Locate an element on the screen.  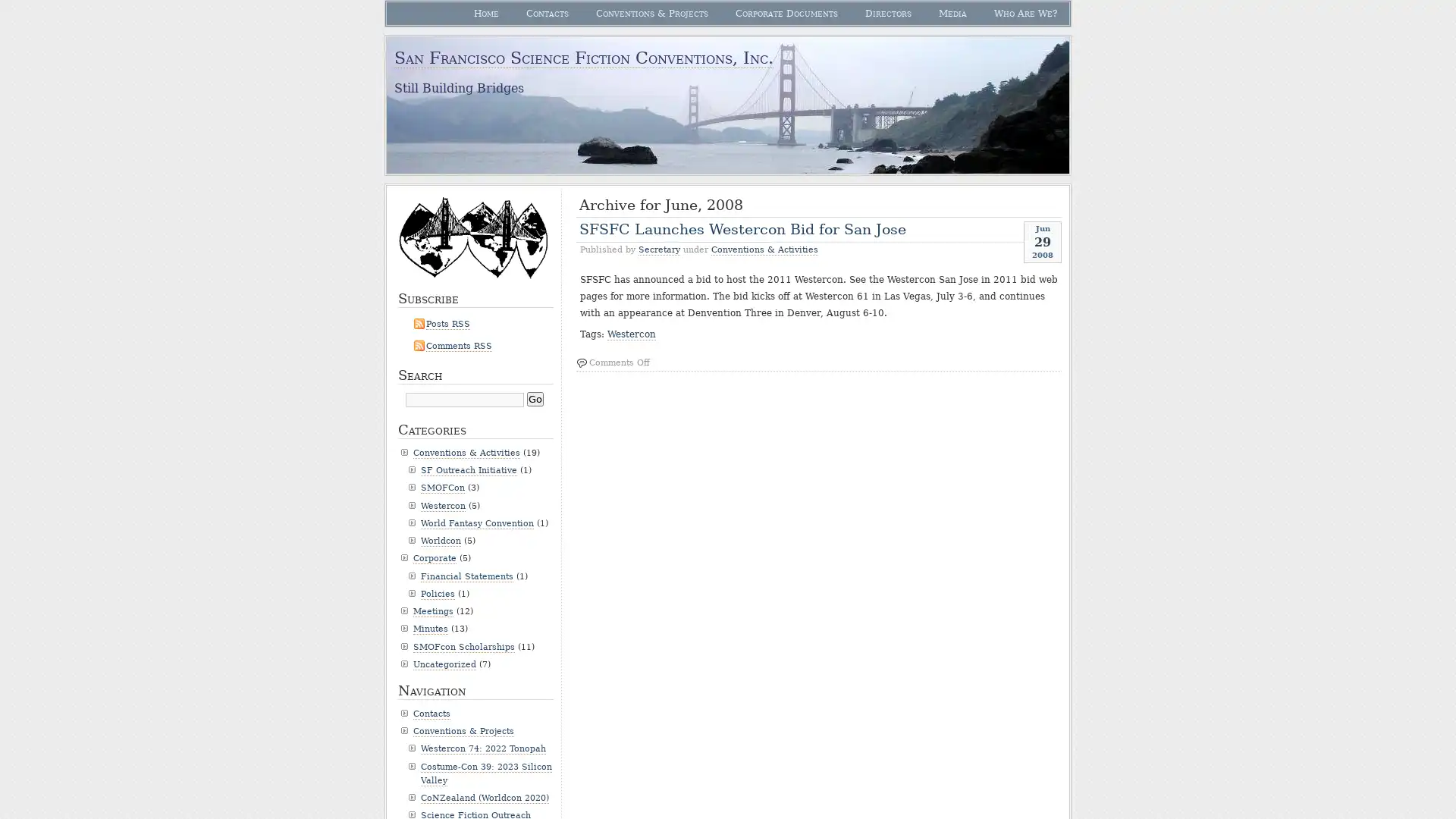
Go is located at coordinates (535, 397).